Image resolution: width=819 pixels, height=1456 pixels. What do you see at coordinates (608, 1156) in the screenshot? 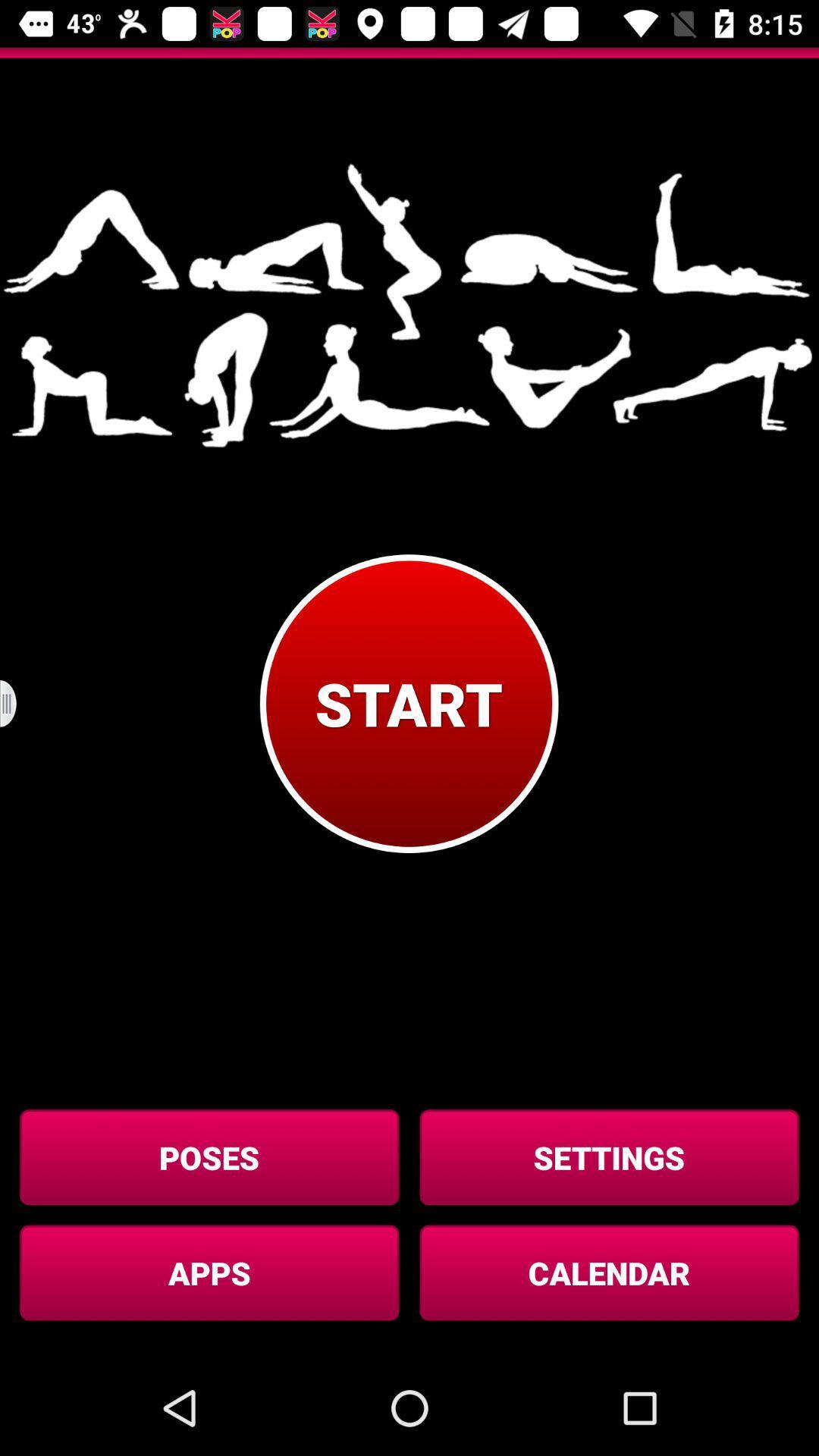
I see `button below the start item` at bounding box center [608, 1156].